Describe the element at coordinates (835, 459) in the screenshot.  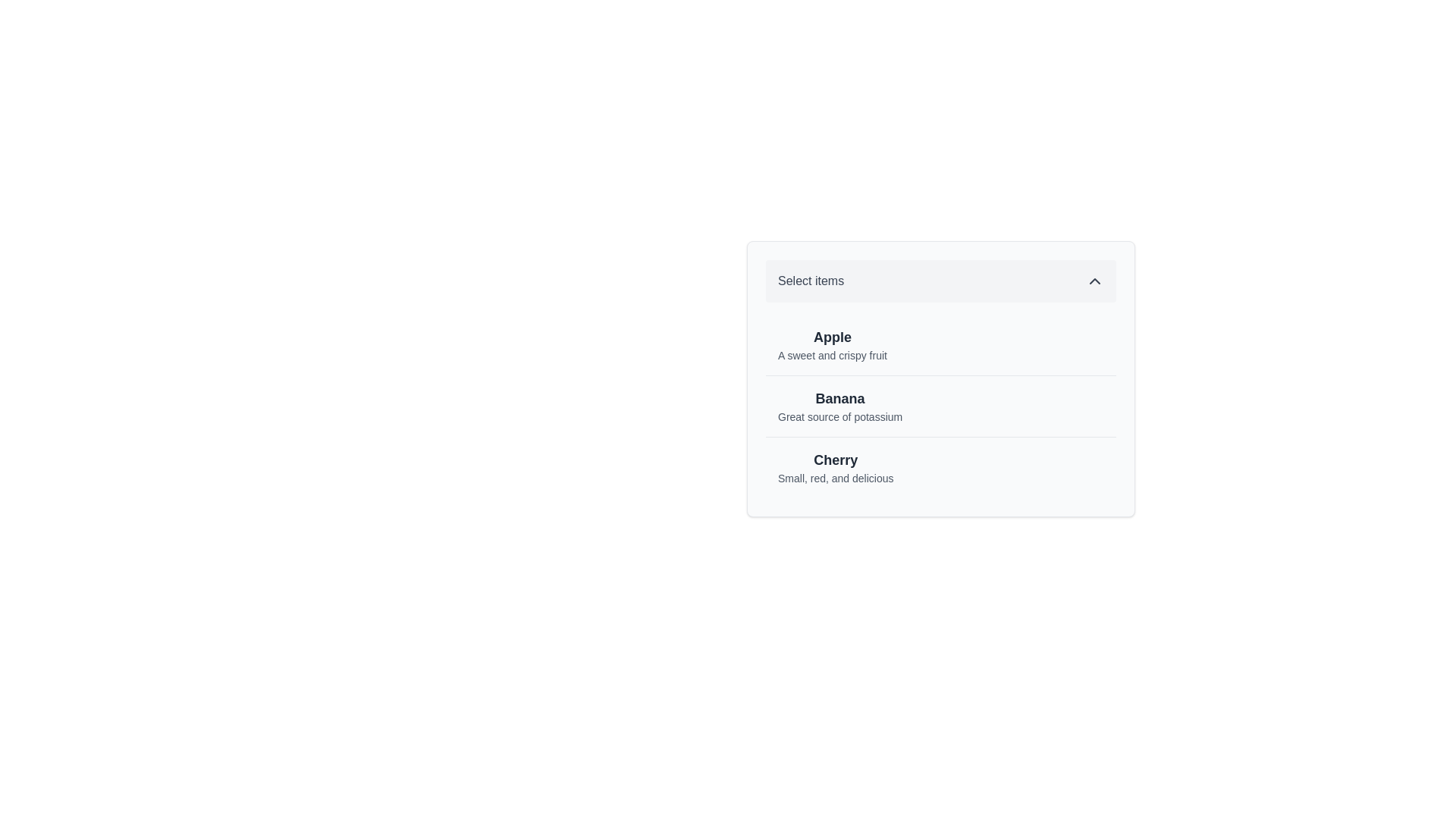
I see `the text label displaying 'Cherry', which is styled with bold and larger font, positioned above the description text and centered horizontally in the dropdown list panel` at that location.